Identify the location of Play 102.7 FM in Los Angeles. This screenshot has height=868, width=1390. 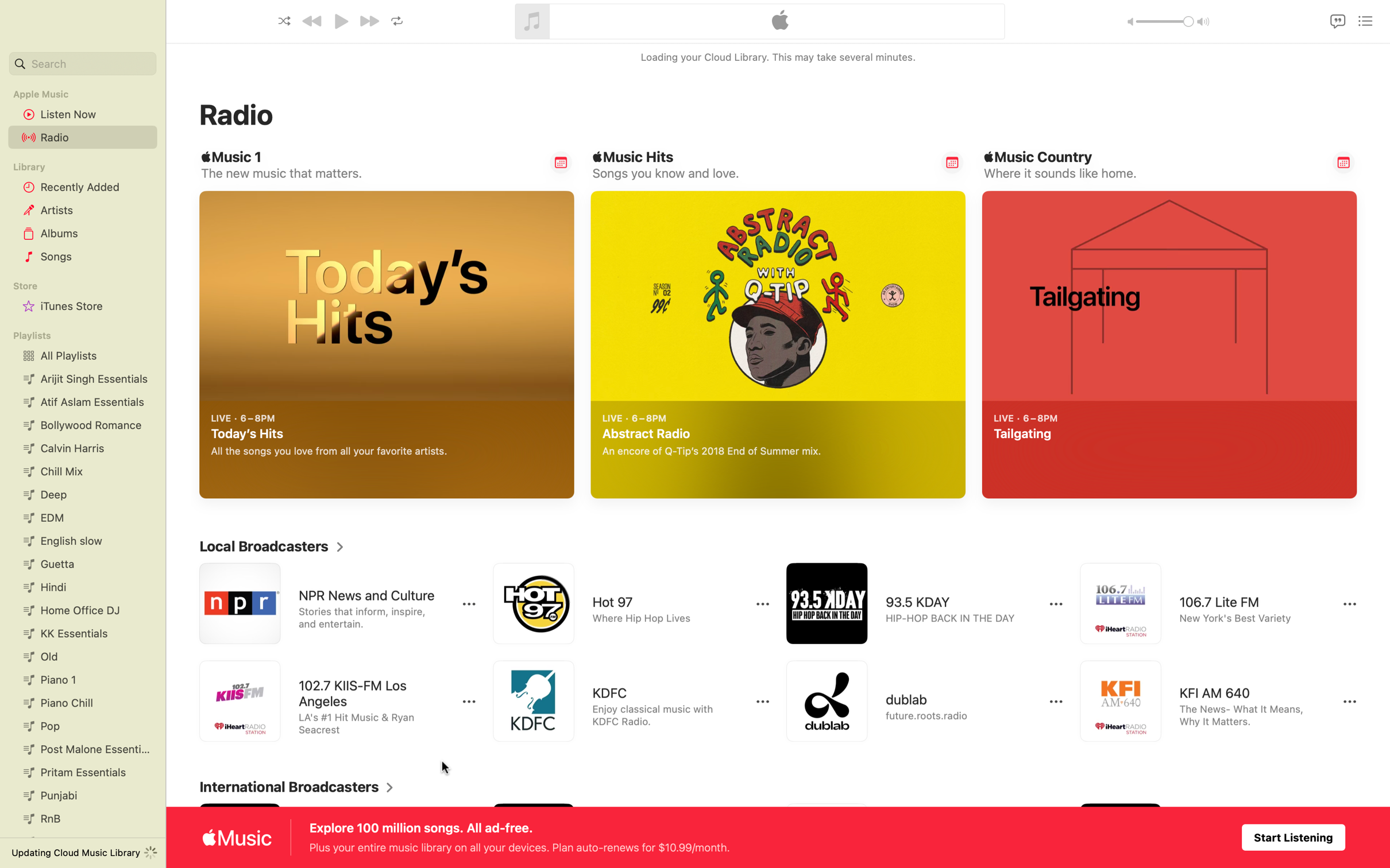
(325, 702).